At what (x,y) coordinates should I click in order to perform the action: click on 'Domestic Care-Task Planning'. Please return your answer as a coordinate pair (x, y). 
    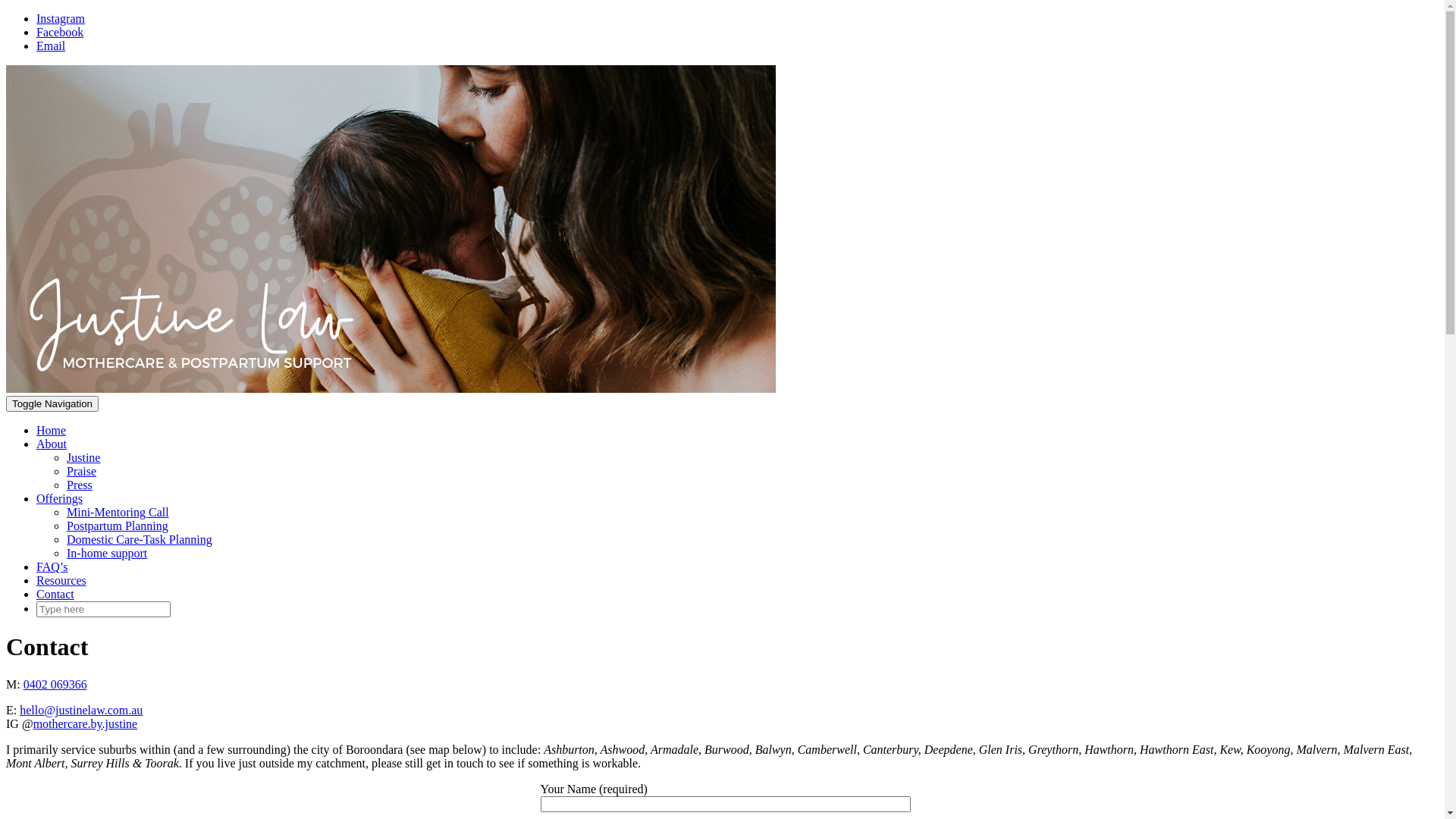
    Looking at the image, I should click on (139, 538).